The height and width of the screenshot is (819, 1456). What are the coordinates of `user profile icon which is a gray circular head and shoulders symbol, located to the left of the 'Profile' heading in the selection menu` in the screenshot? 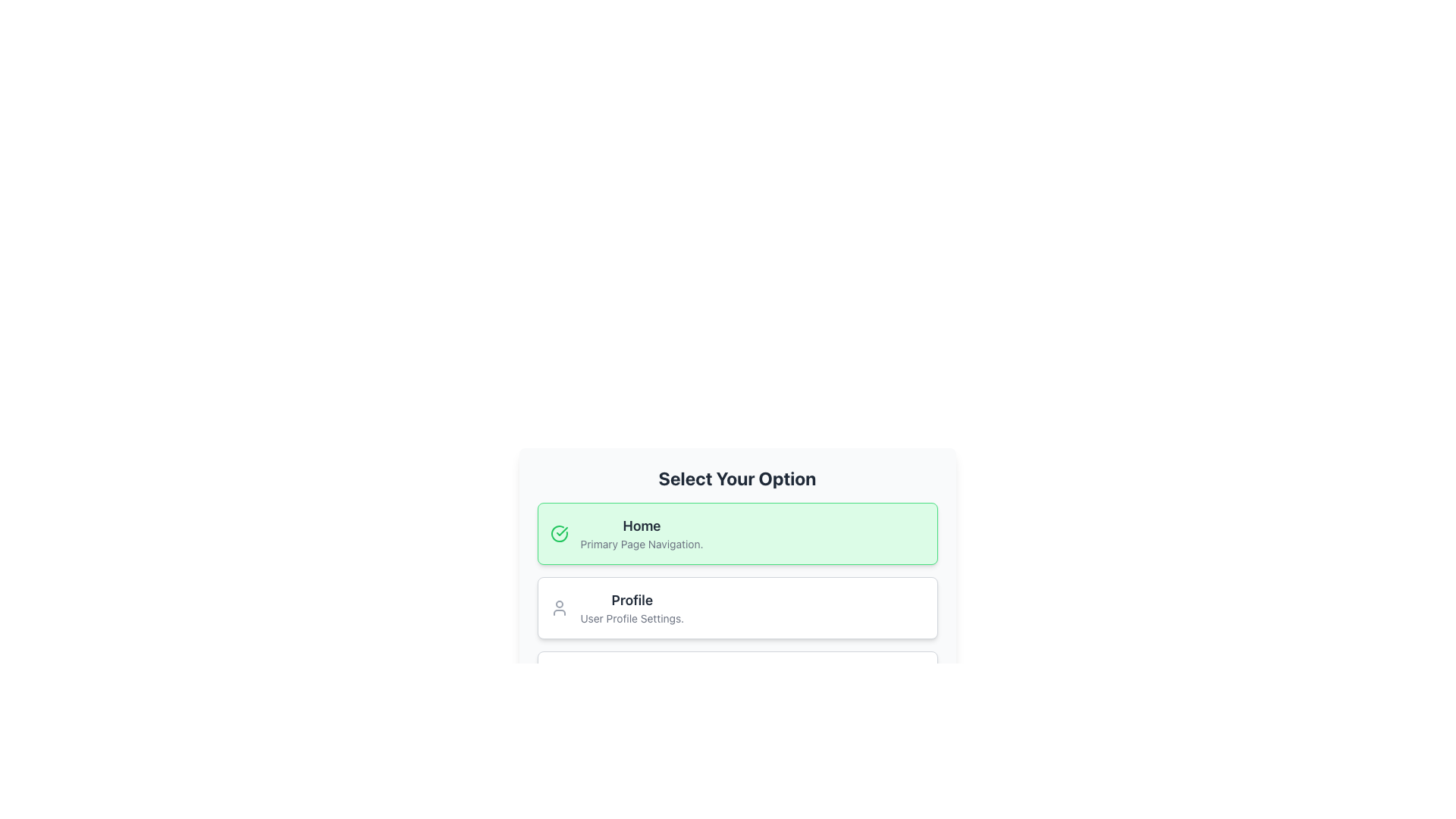 It's located at (558, 607).